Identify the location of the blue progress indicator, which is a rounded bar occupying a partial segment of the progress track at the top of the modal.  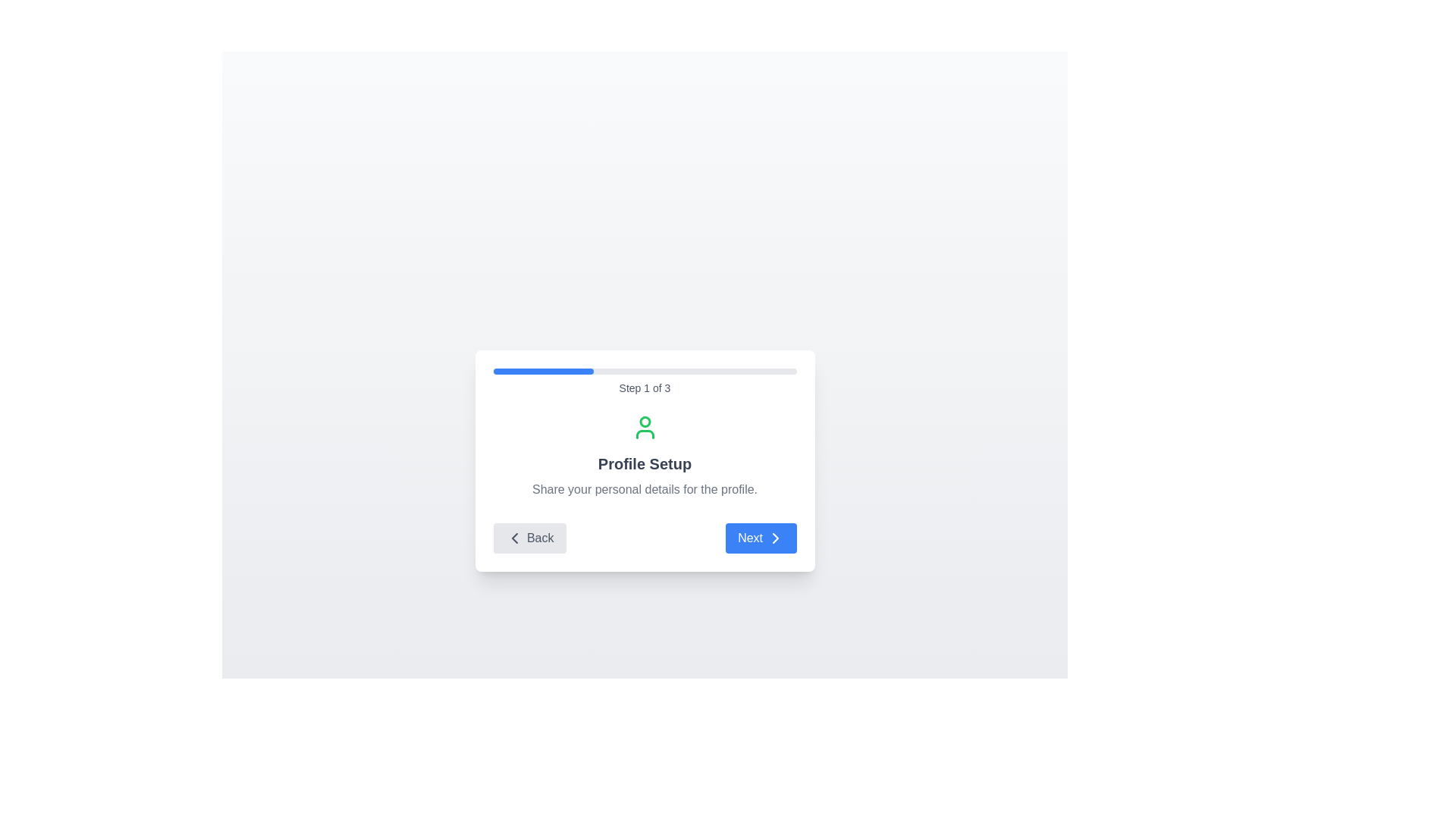
(543, 371).